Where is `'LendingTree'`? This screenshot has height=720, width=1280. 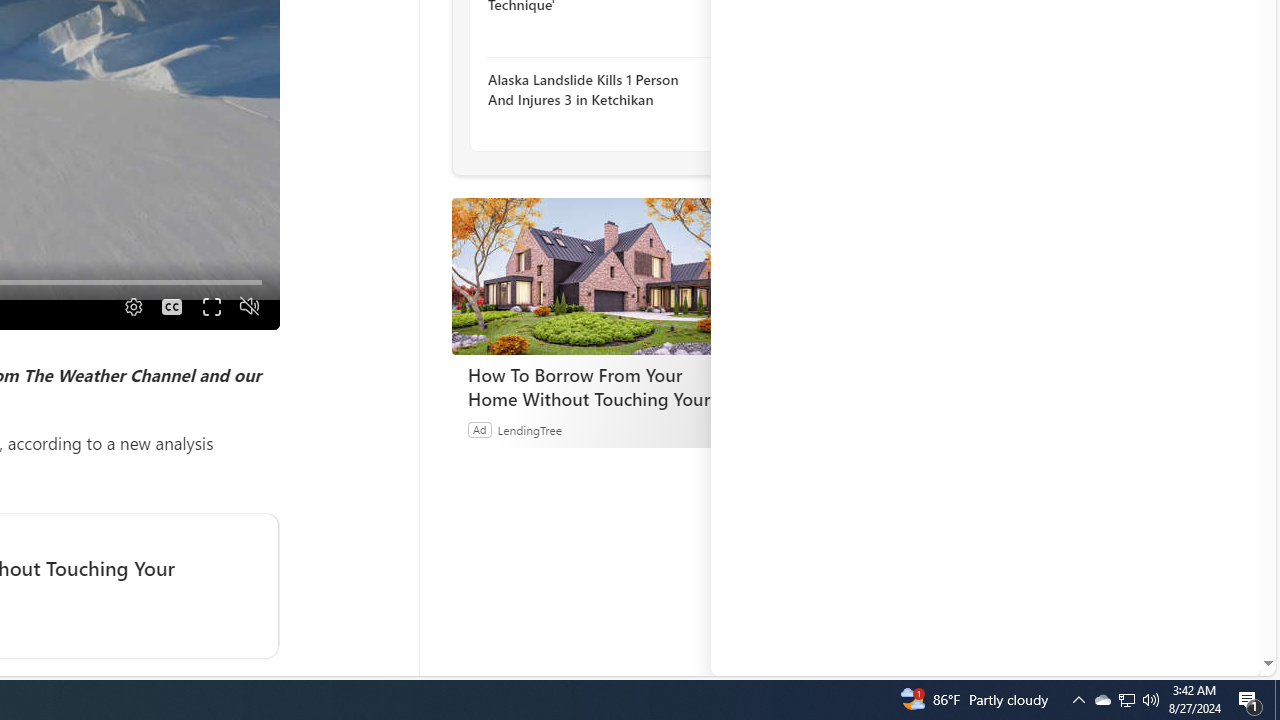
'LendingTree' is located at coordinates (529, 428).